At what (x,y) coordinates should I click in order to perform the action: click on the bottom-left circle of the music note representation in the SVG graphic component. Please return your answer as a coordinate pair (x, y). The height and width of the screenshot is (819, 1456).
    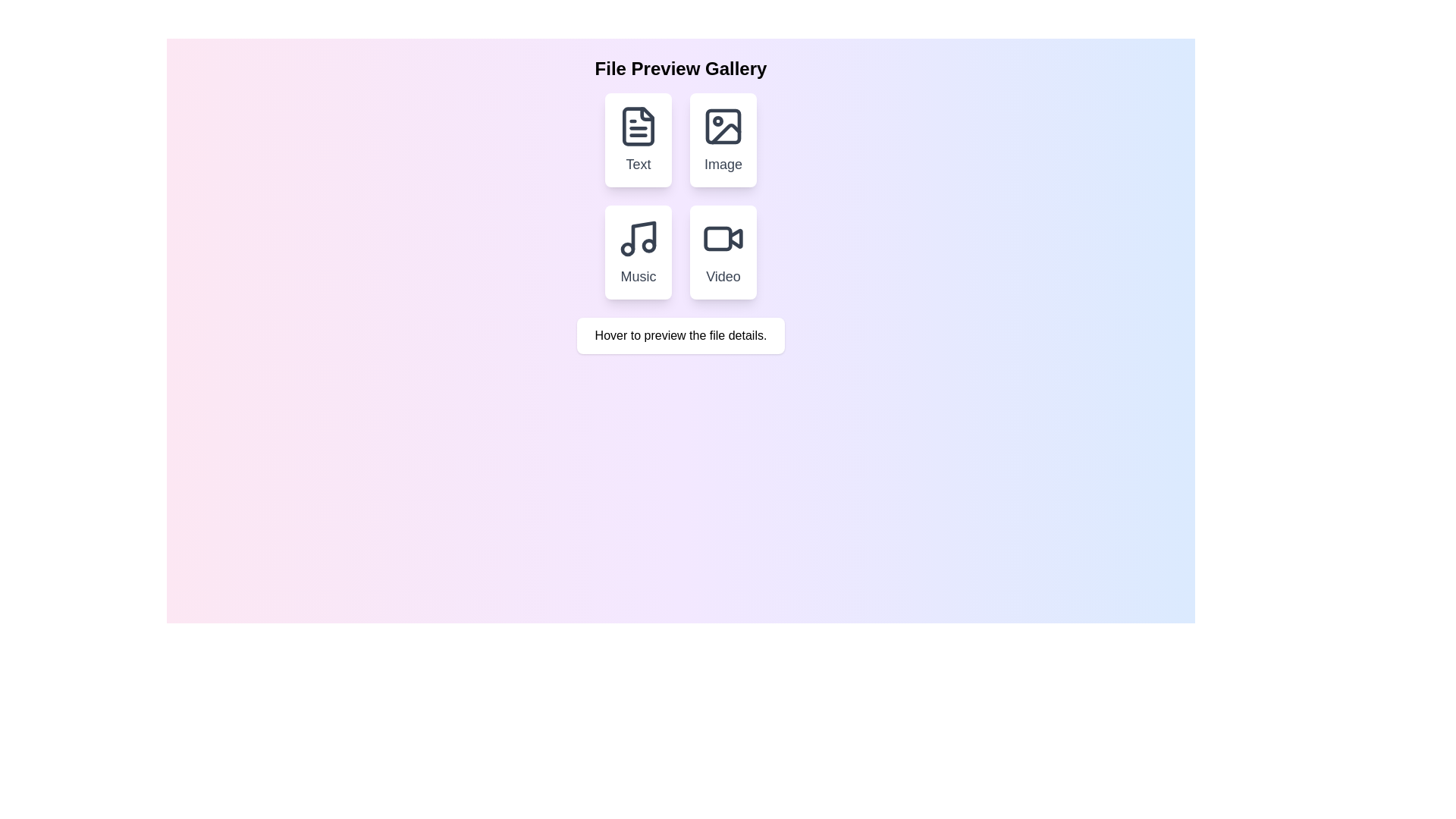
    Looking at the image, I should click on (628, 248).